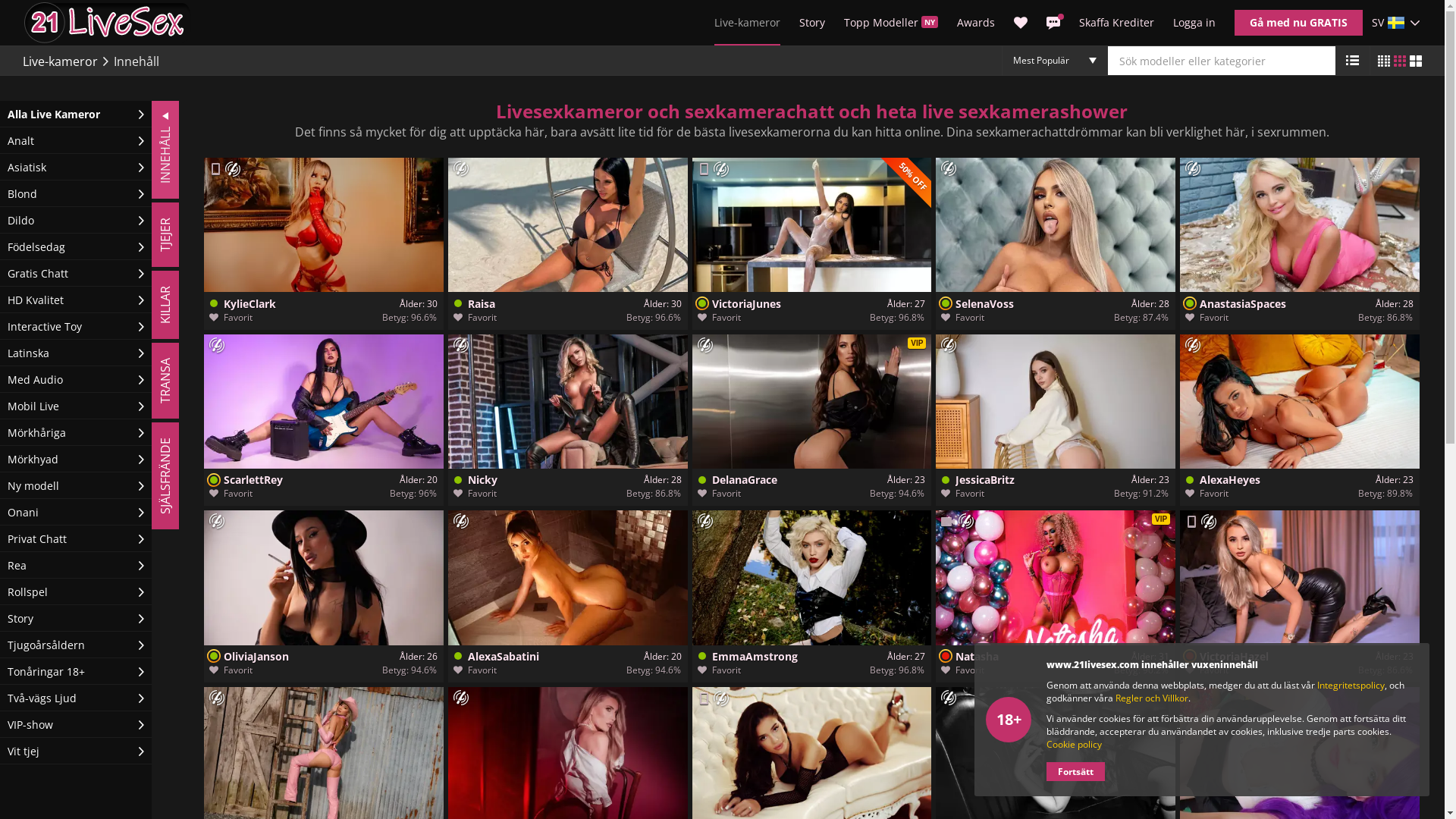 This screenshot has height=819, width=1456. I want to click on 'Rollspel', so click(75, 591).